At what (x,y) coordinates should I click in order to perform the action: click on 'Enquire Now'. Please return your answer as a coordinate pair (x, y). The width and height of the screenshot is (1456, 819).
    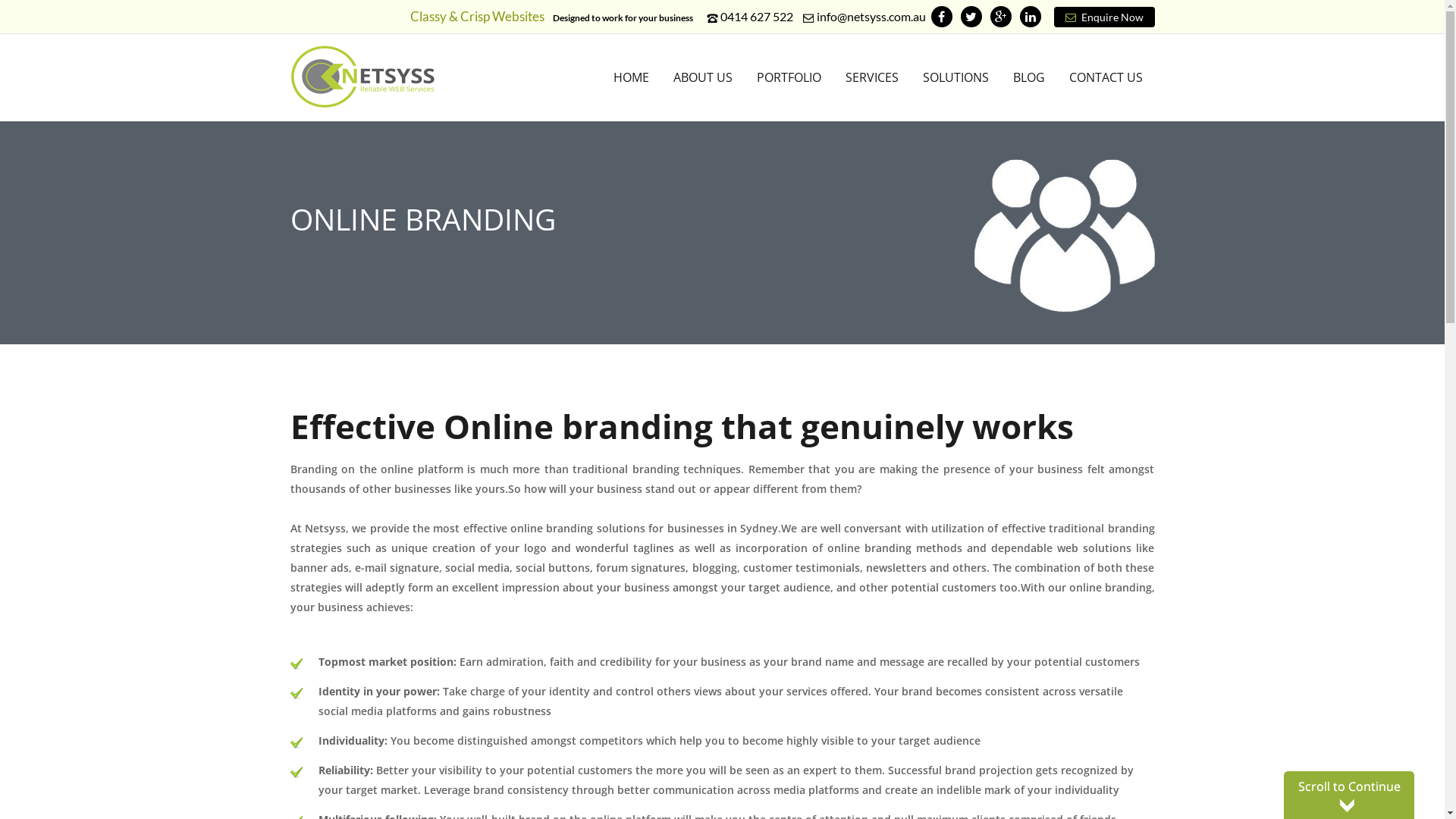
    Looking at the image, I should click on (1104, 17).